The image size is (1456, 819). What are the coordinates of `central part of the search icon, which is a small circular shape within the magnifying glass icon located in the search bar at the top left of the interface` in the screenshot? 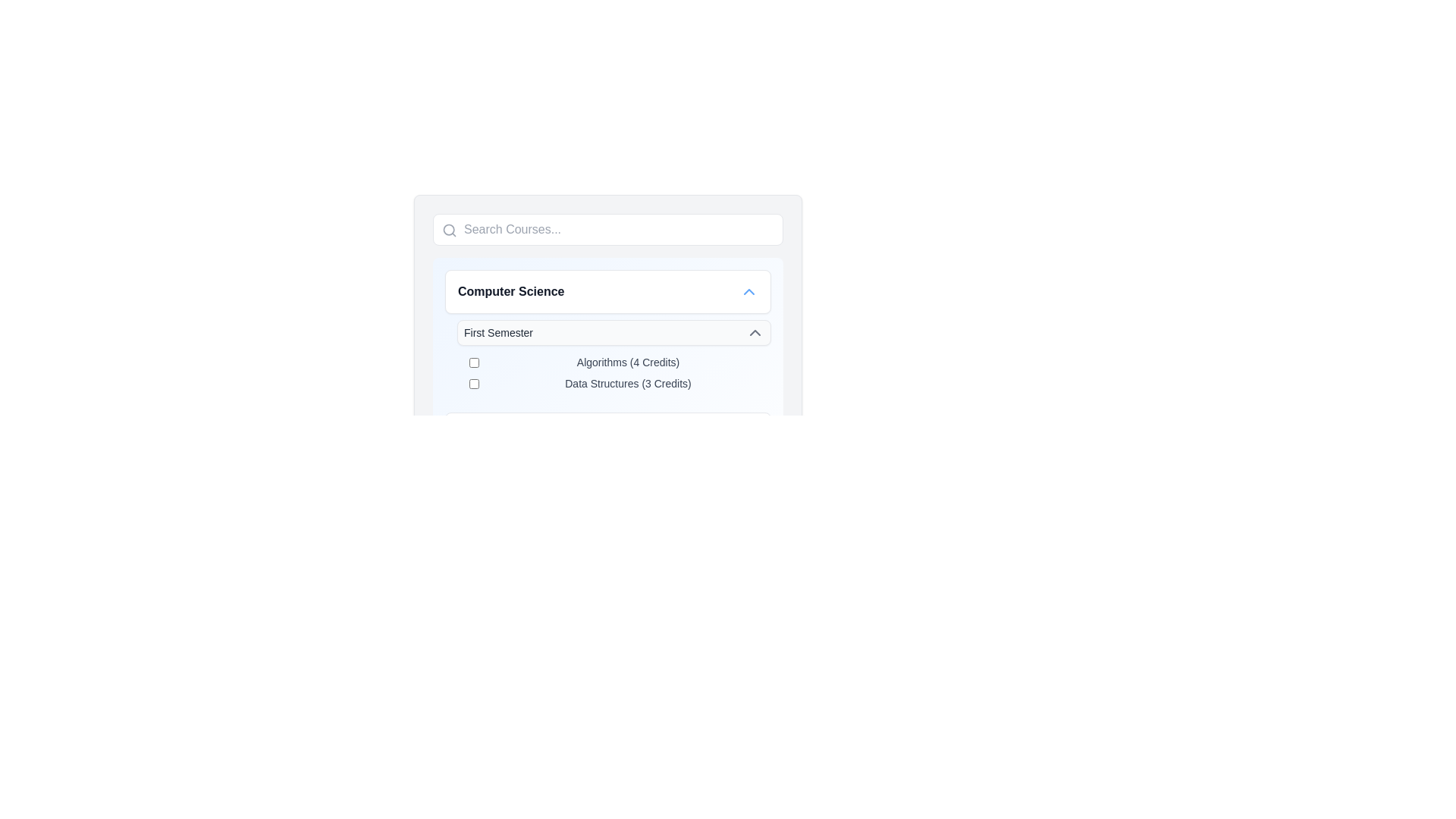 It's located at (448, 230).